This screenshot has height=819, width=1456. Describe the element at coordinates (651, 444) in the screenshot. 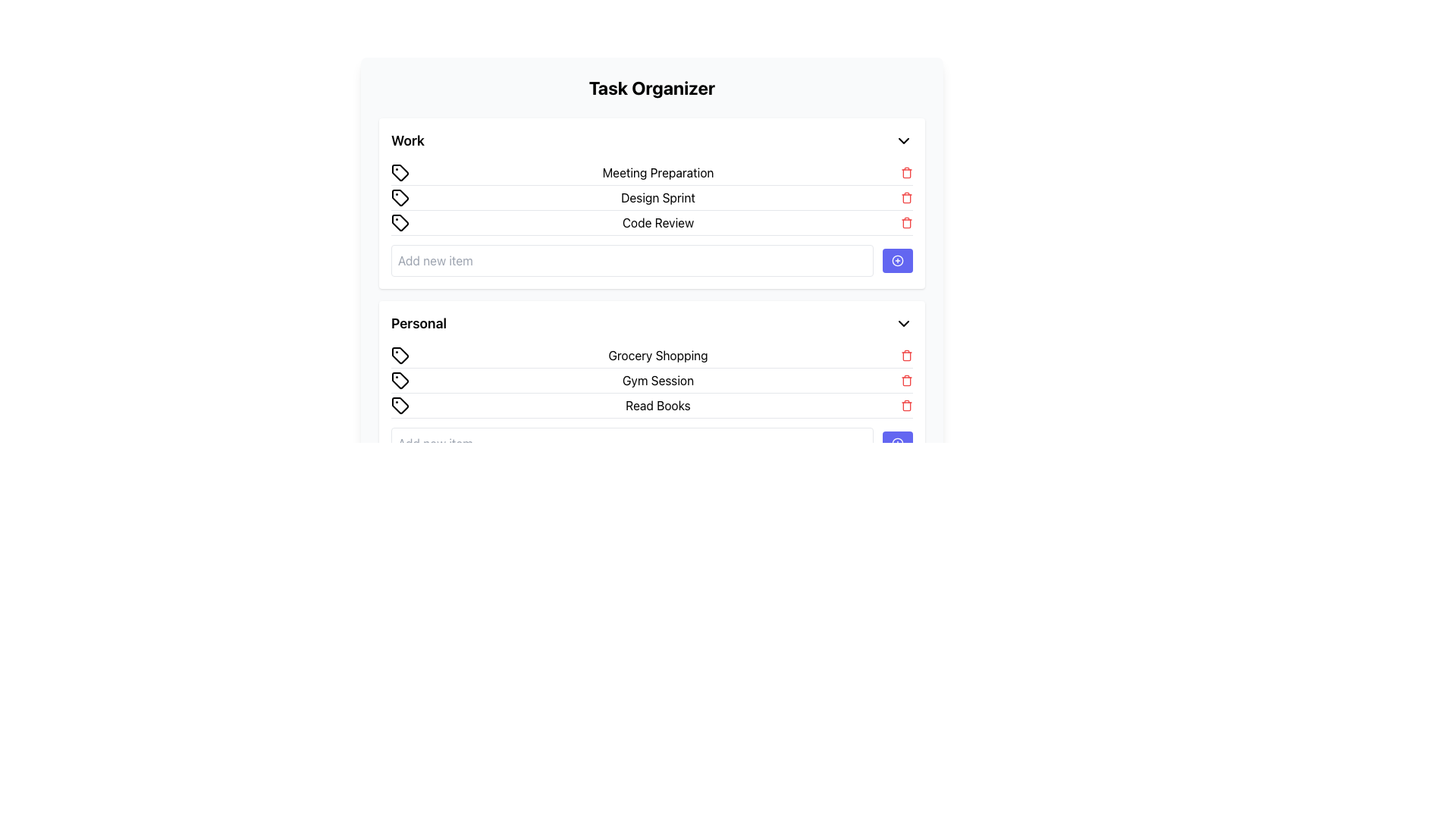

I see `and drop the task input field in the bottom-right corner of the 'Personal' section` at that location.